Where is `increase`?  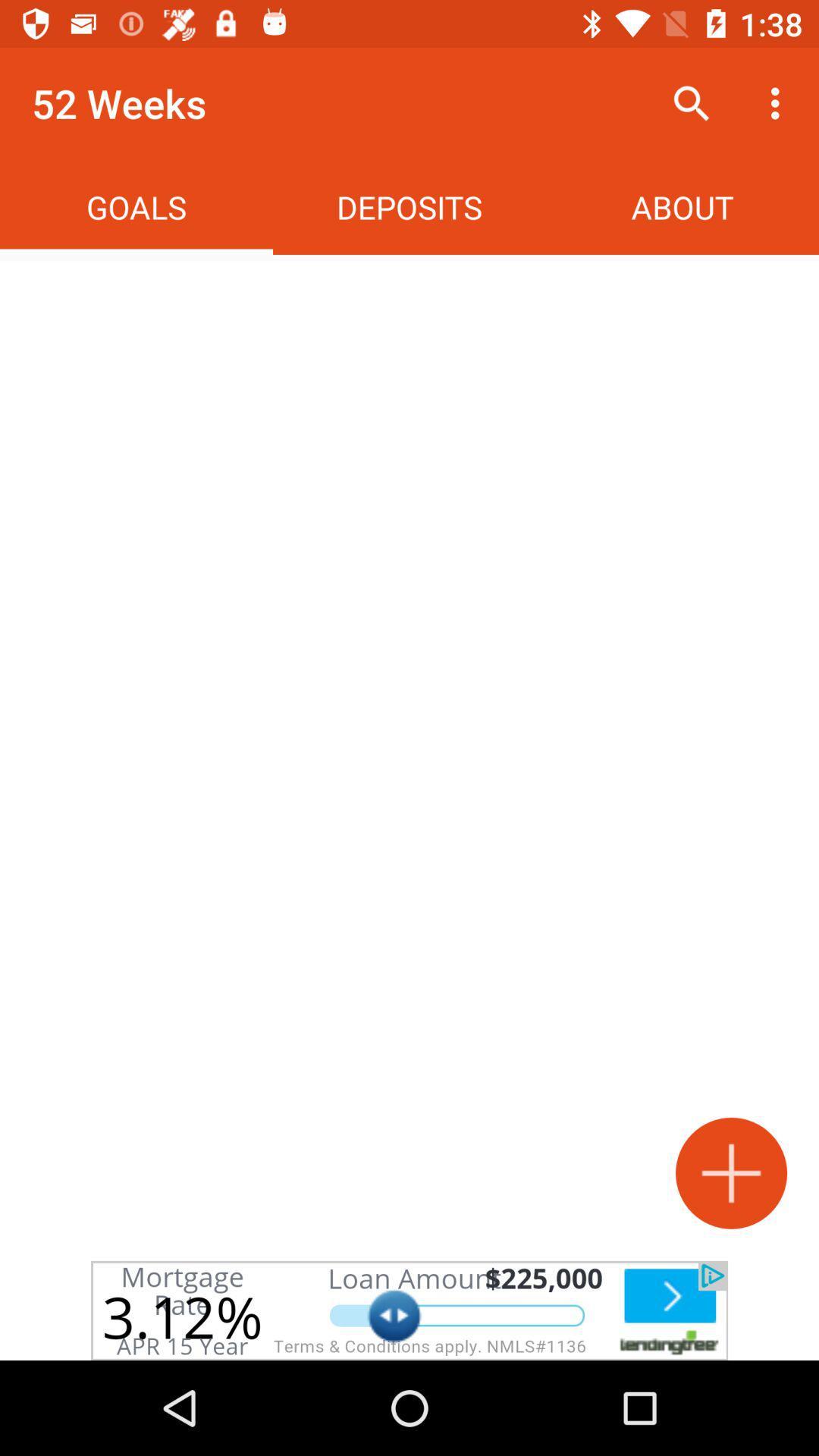
increase is located at coordinates (730, 1172).